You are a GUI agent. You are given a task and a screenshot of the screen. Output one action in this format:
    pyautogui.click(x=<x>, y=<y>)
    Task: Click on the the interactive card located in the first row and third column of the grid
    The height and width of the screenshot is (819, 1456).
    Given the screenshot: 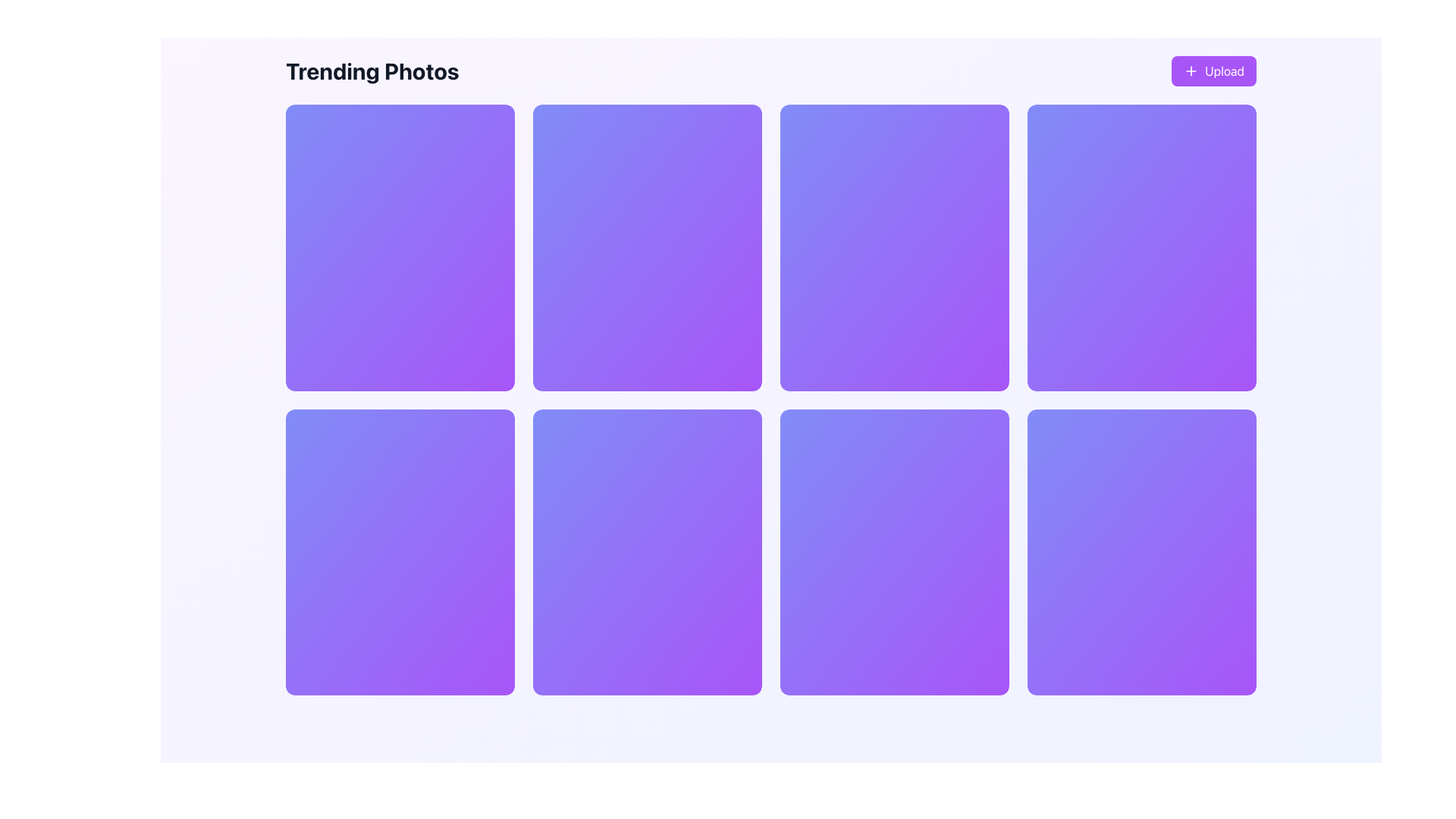 What is the action you would take?
    pyautogui.click(x=895, y=246)
    